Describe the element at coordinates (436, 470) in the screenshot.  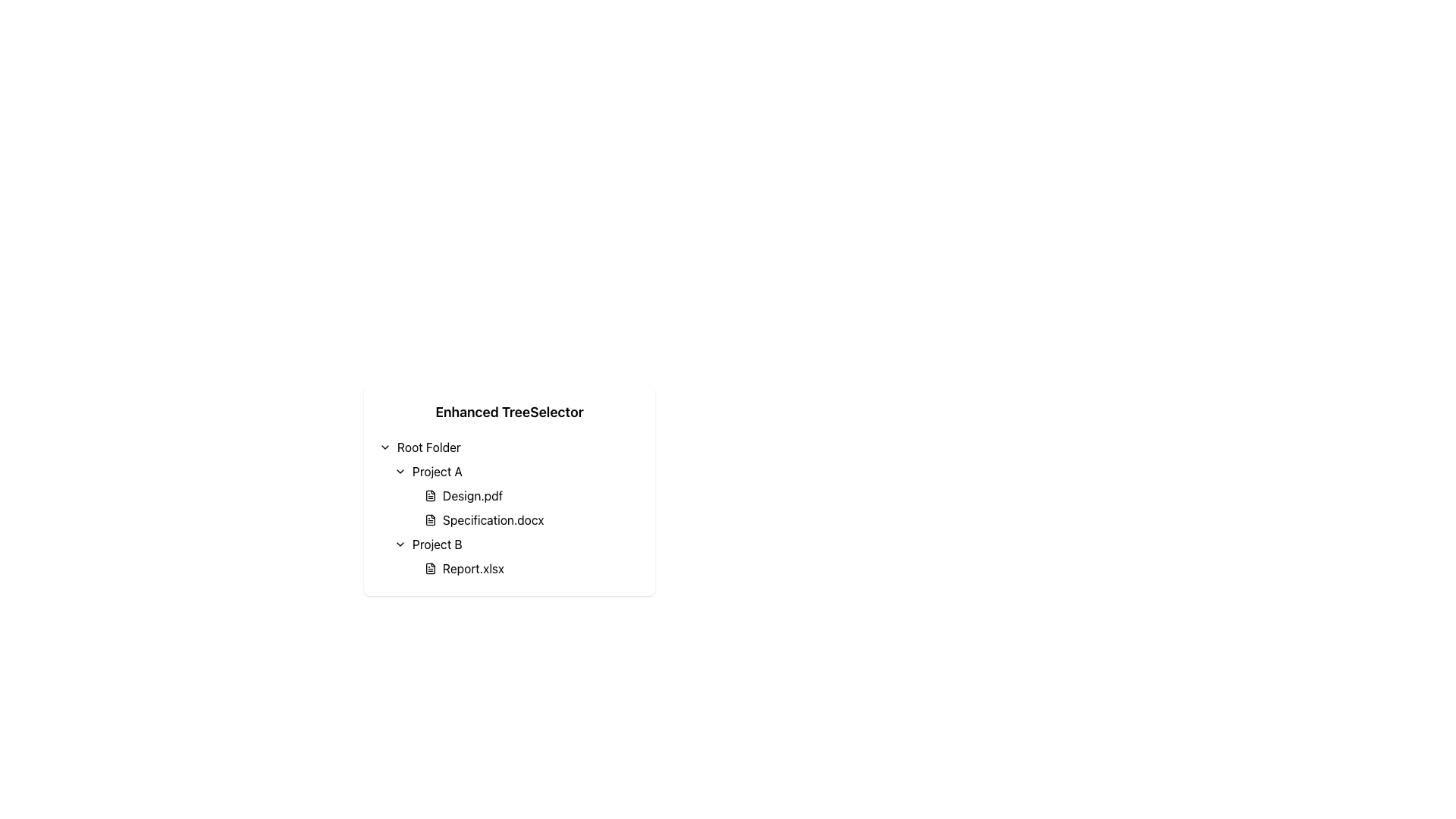
I see `the selectable text label for the 'Project A' node in the tree view hierarchy` at that location.